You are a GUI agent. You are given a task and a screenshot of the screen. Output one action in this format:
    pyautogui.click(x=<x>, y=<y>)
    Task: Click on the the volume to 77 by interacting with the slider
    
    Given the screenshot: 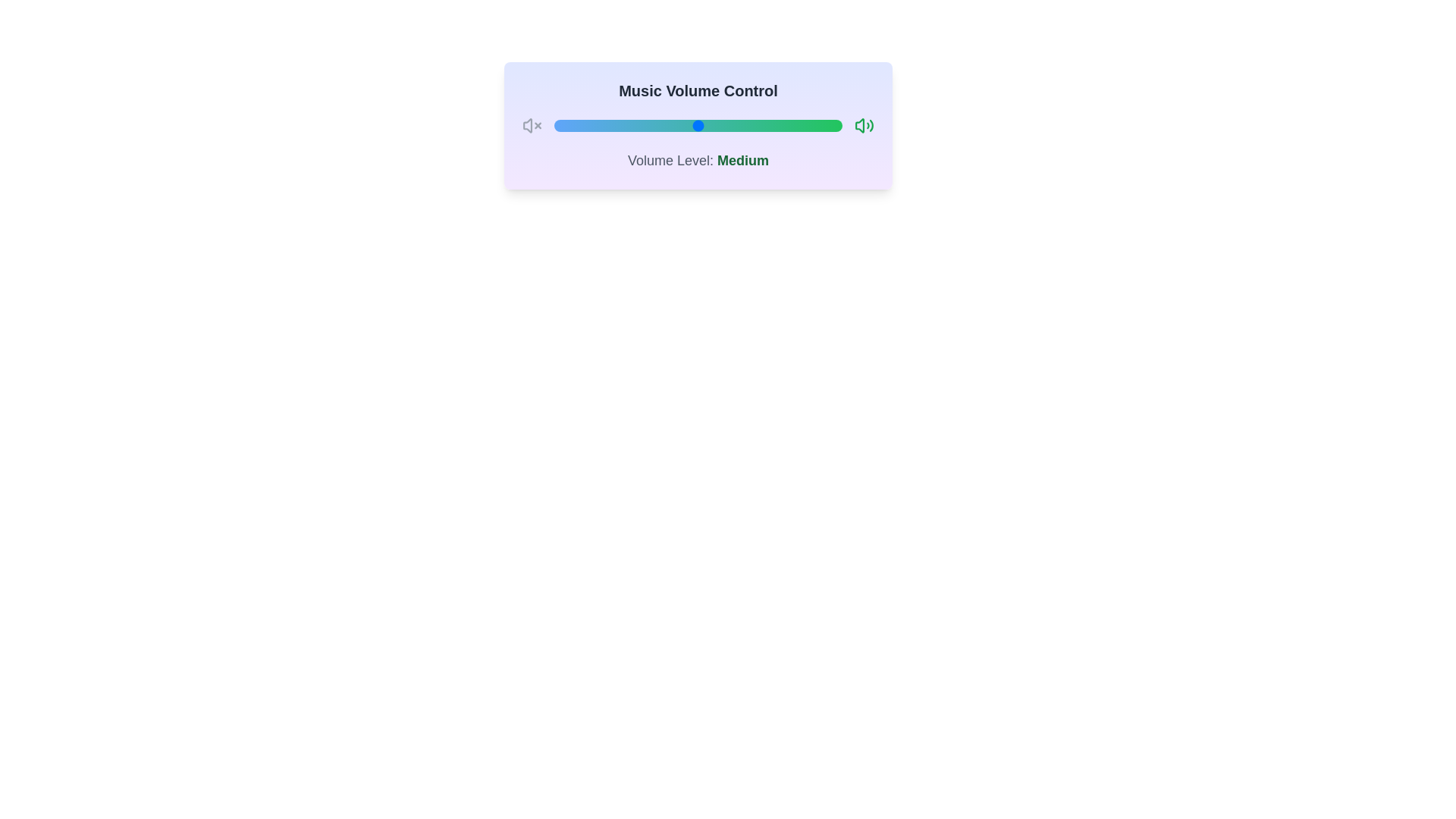 What is the action you would take?
    pyautogui.click(x=776, y=124)
    